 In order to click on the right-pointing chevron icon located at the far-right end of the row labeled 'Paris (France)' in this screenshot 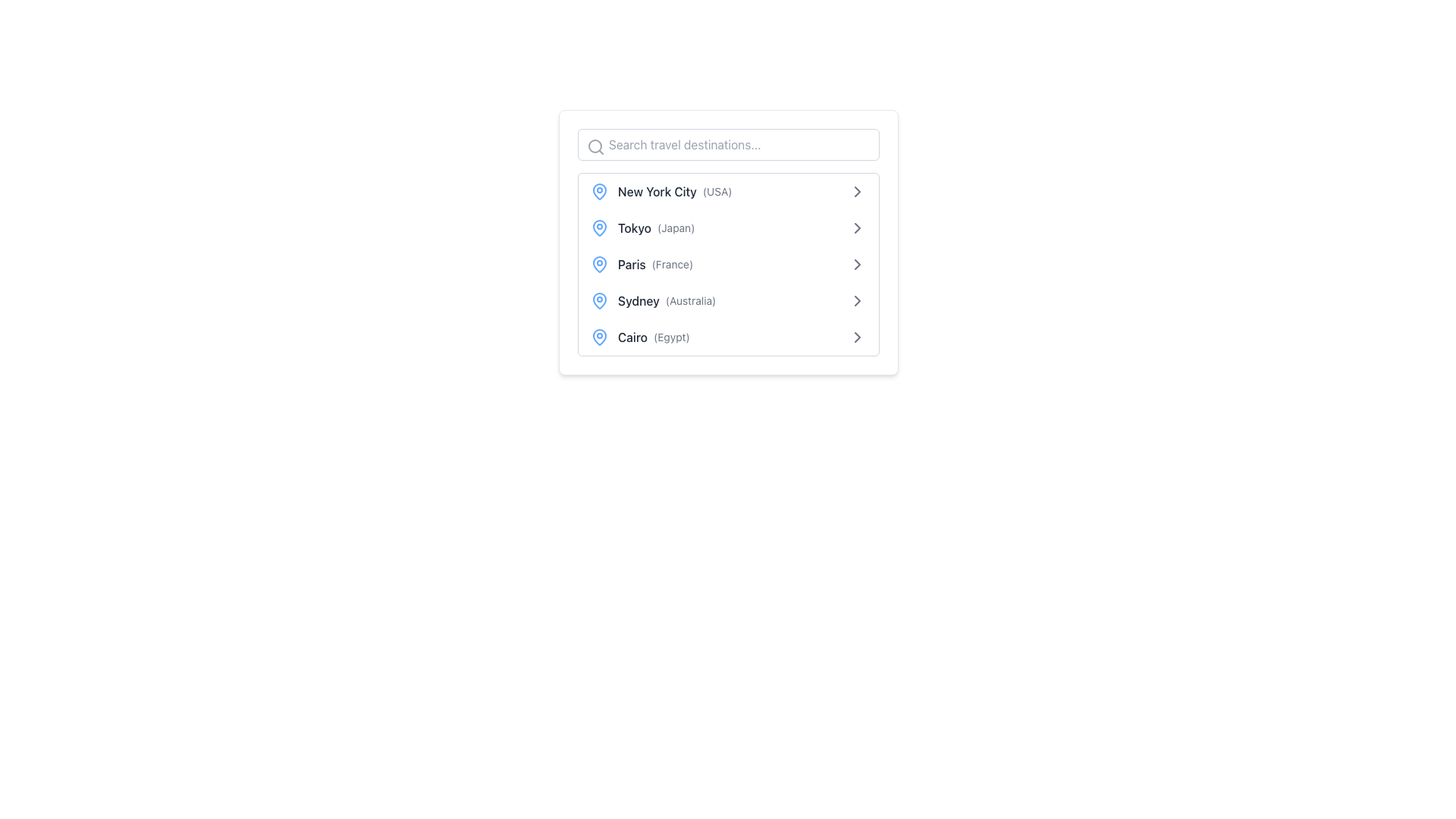, I will do `click(858, 263)`.